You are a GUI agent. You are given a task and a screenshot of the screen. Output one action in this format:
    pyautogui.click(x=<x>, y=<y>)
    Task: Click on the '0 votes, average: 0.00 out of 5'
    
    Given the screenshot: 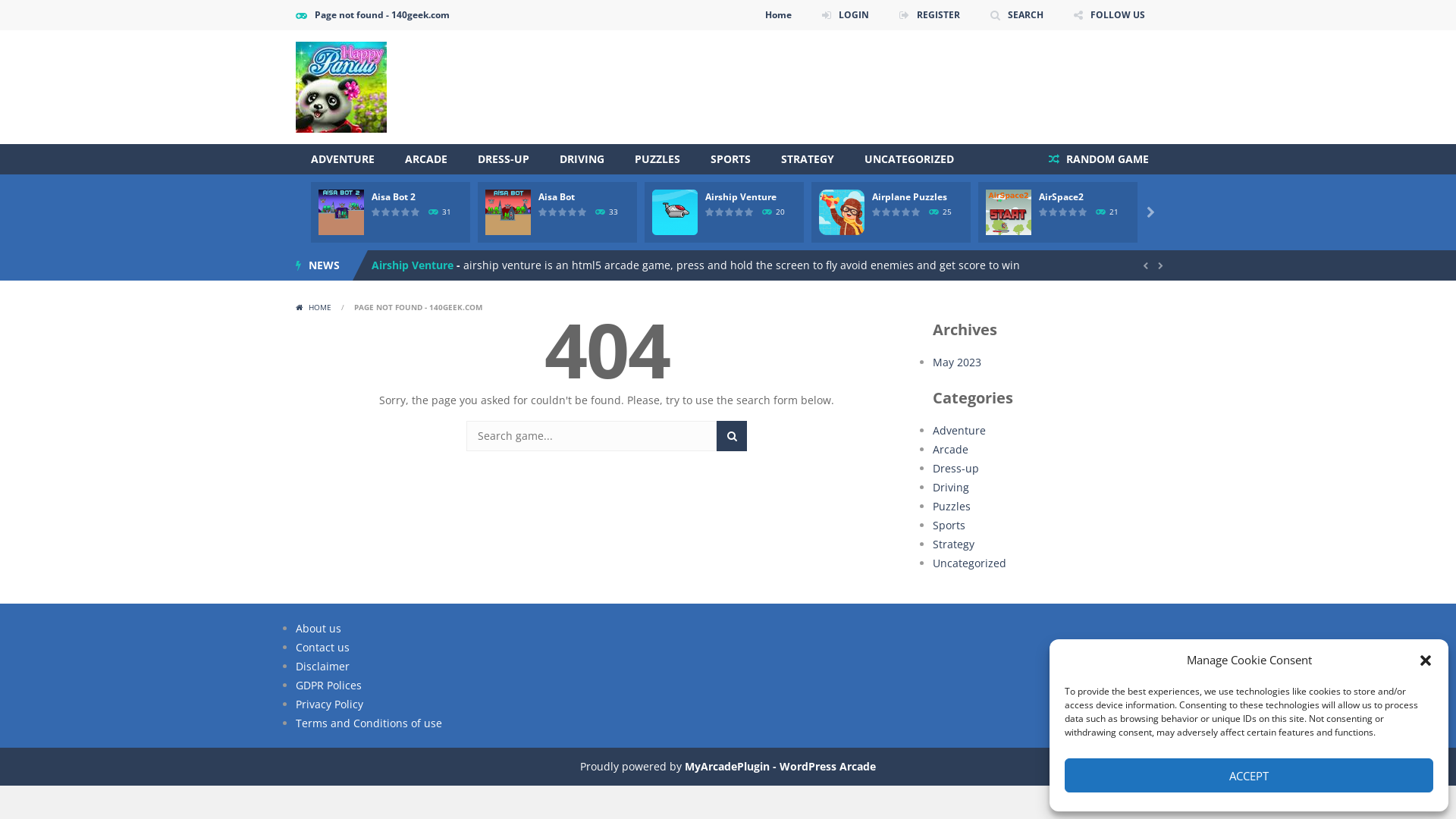 What is the action you would take?
    pyautogui.click(x=406, y=212)
    